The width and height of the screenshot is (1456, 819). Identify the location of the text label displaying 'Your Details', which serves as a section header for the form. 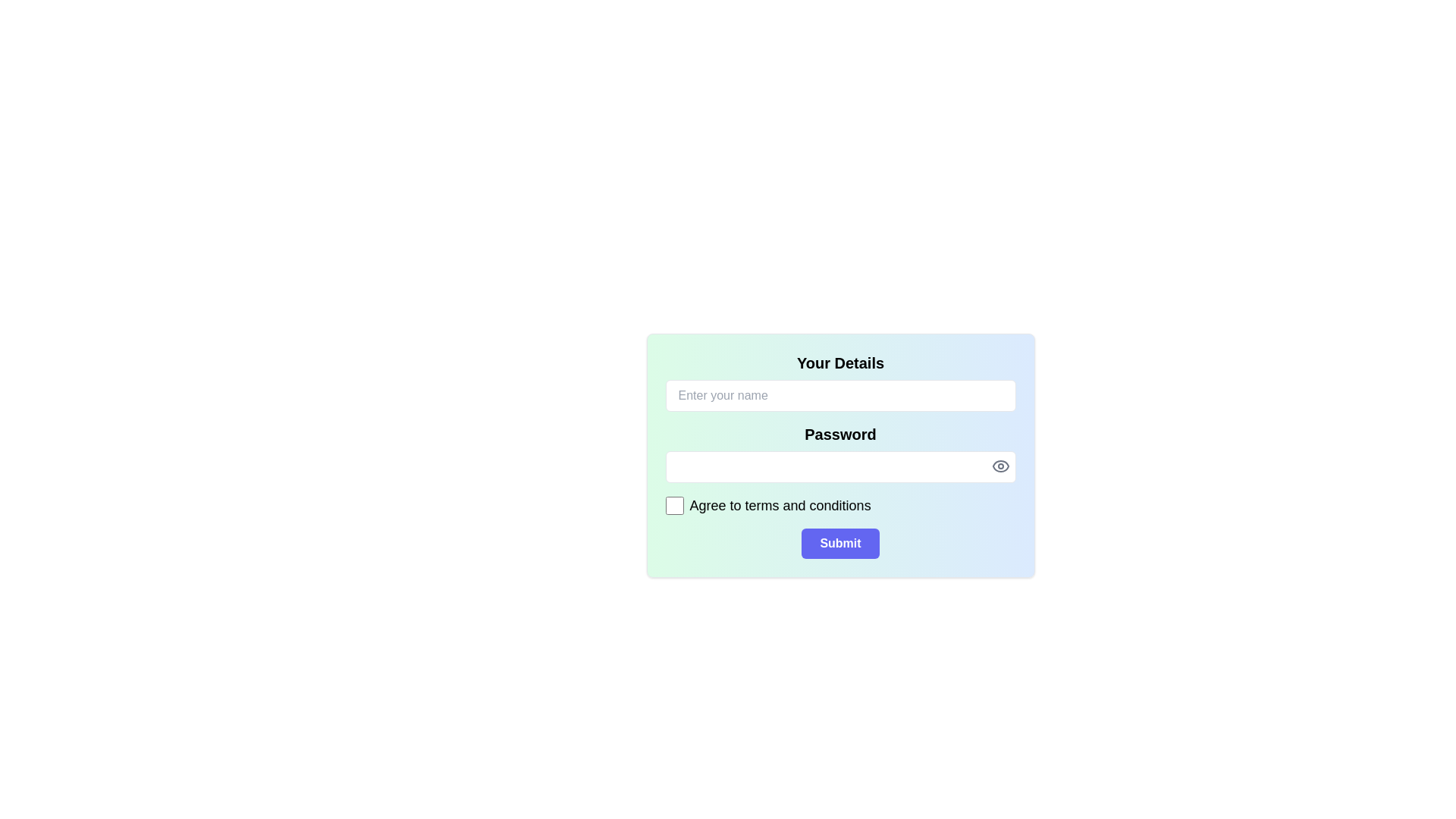
(839, 362).